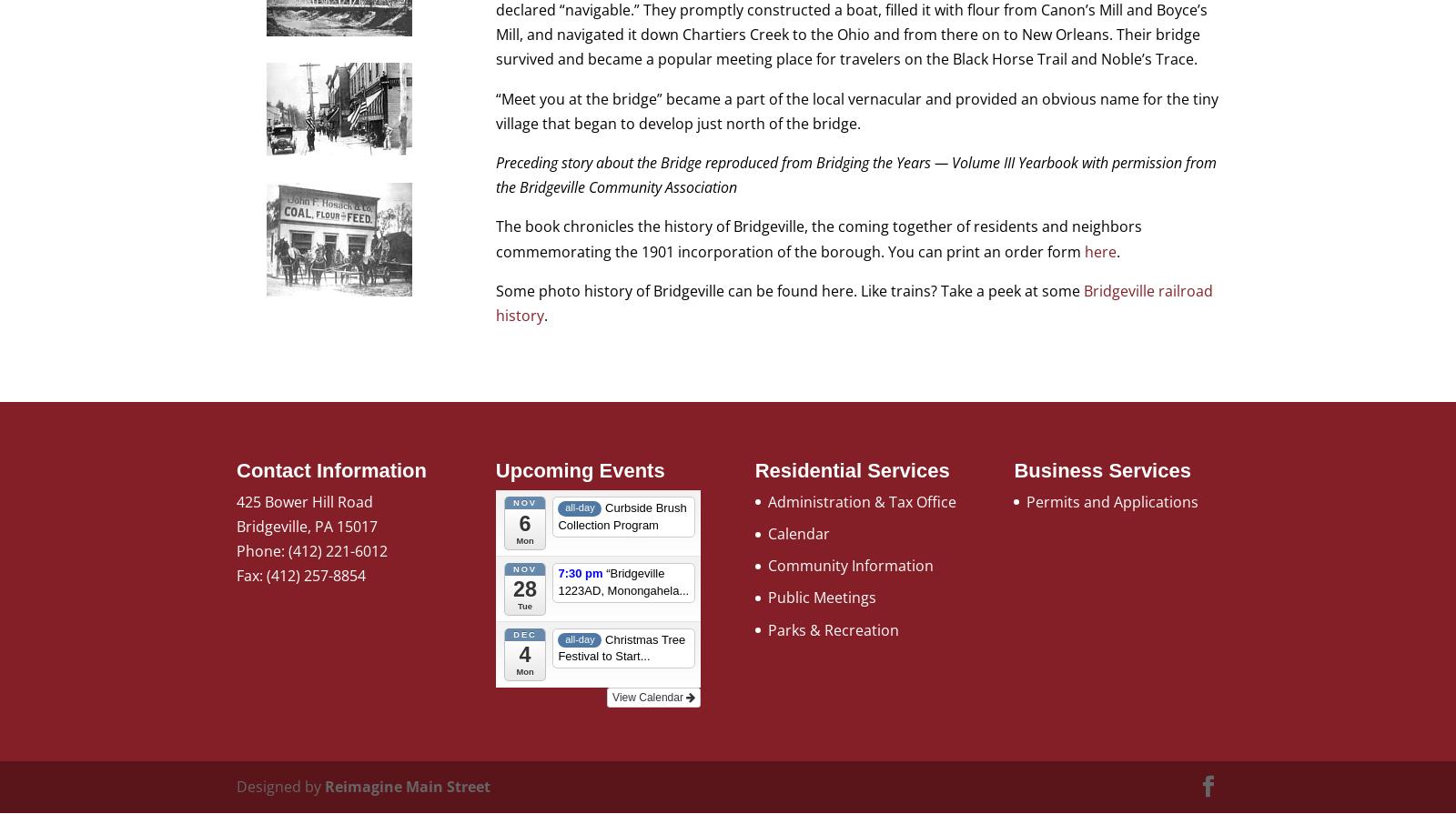  What do you see at coordinates (280, 786) in the screenshot?
I see `'Designed by'` at bounding box center [280, 786].